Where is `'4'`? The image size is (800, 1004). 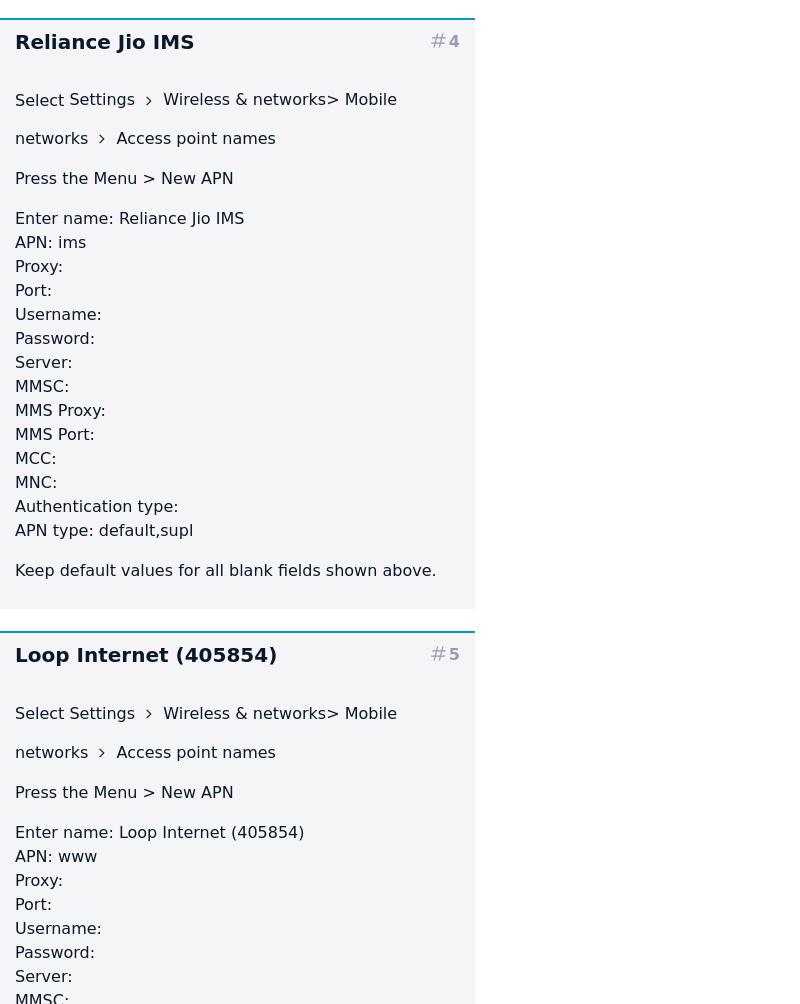
'4' is located at coordinates (453, 40).